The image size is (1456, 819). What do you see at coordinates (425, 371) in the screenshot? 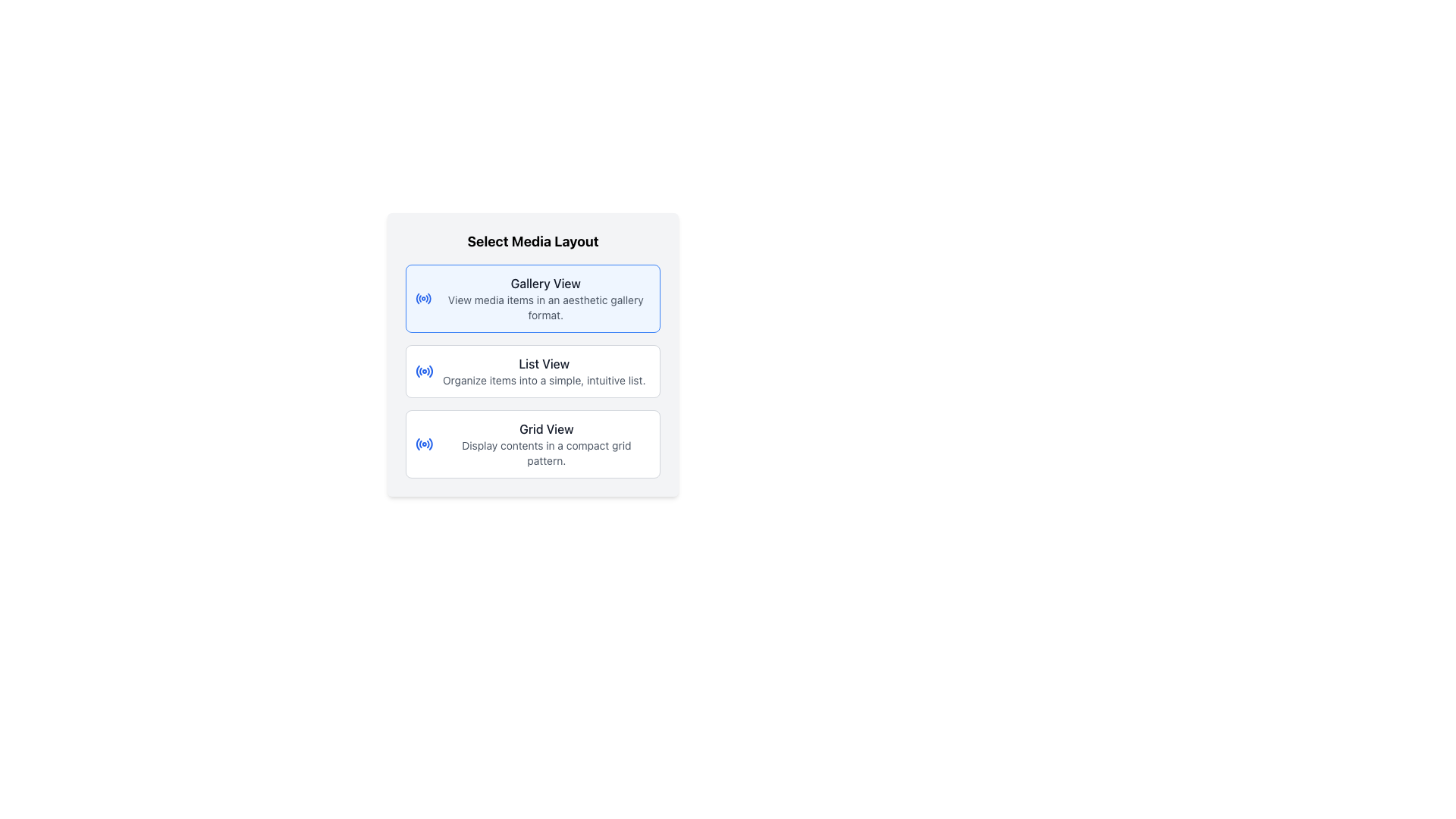
I see `the circular blue radio icon located to the left of the 'List View' text` at bounding box center [425, 371].